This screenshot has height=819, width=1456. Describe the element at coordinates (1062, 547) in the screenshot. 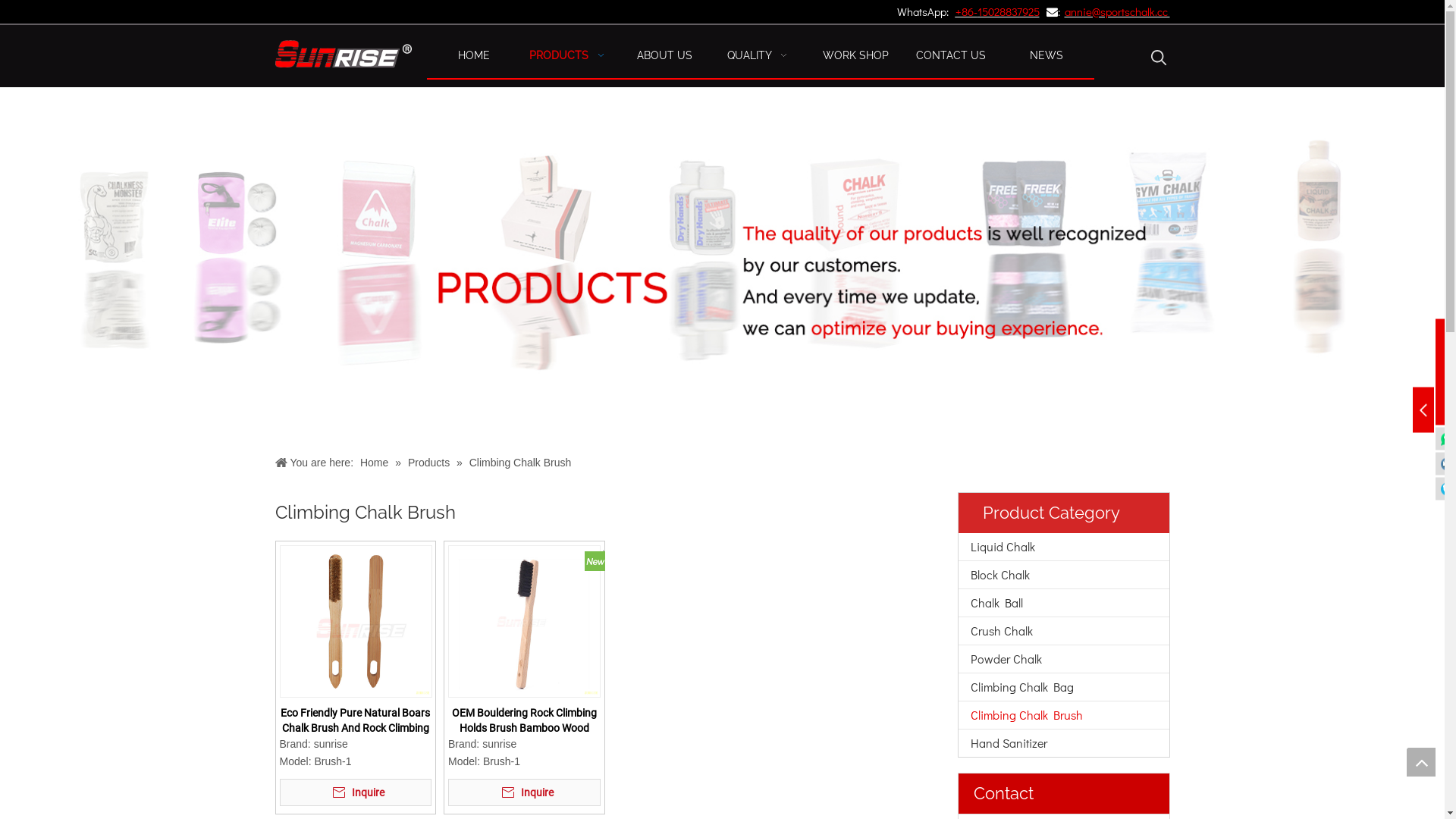

I see `'Liquid Chalk'` at that location.